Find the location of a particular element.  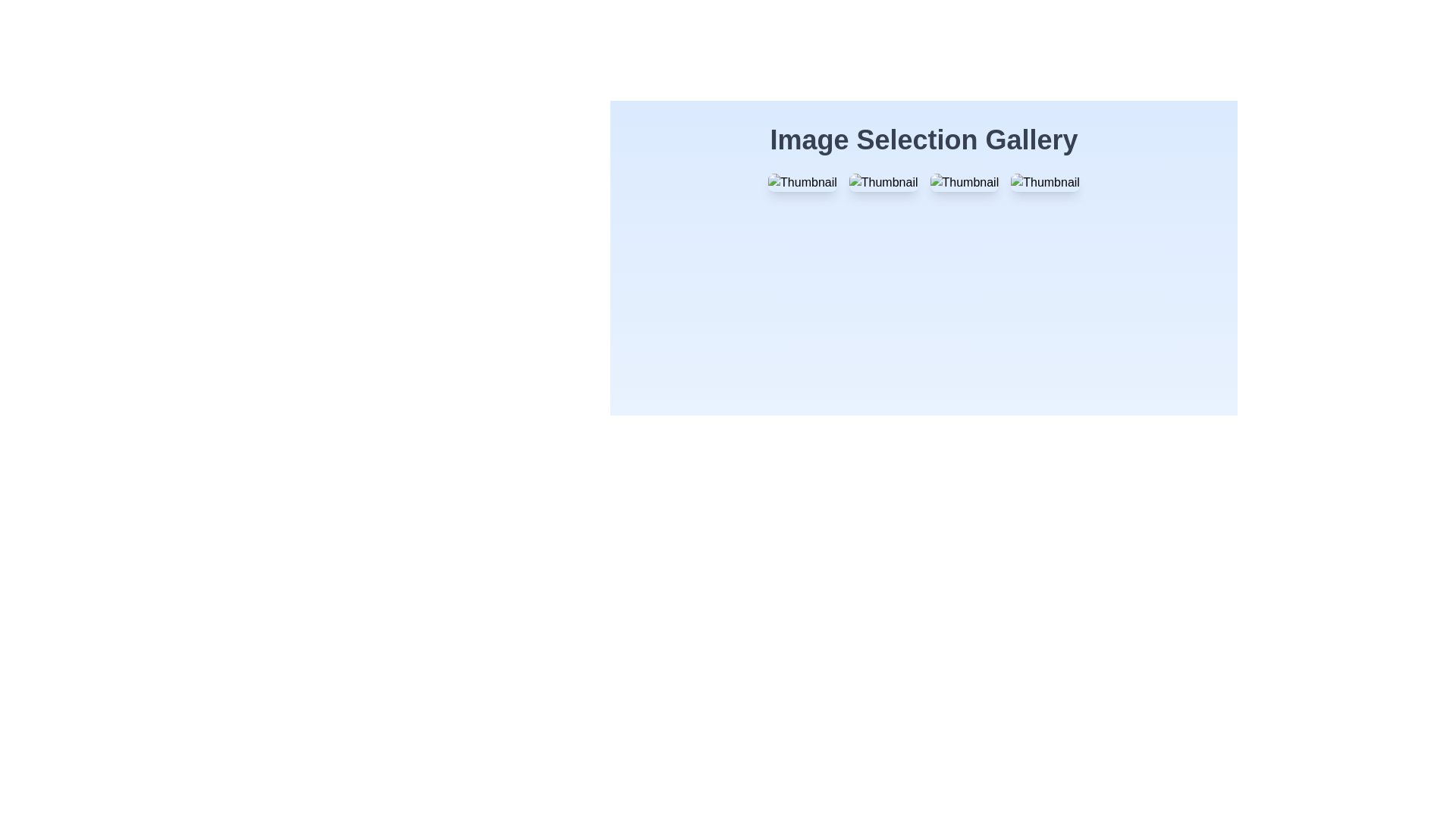

the thumbnail image located in the top row of the grid layout, which is the first item in its row is located at coordinates (802, 181).